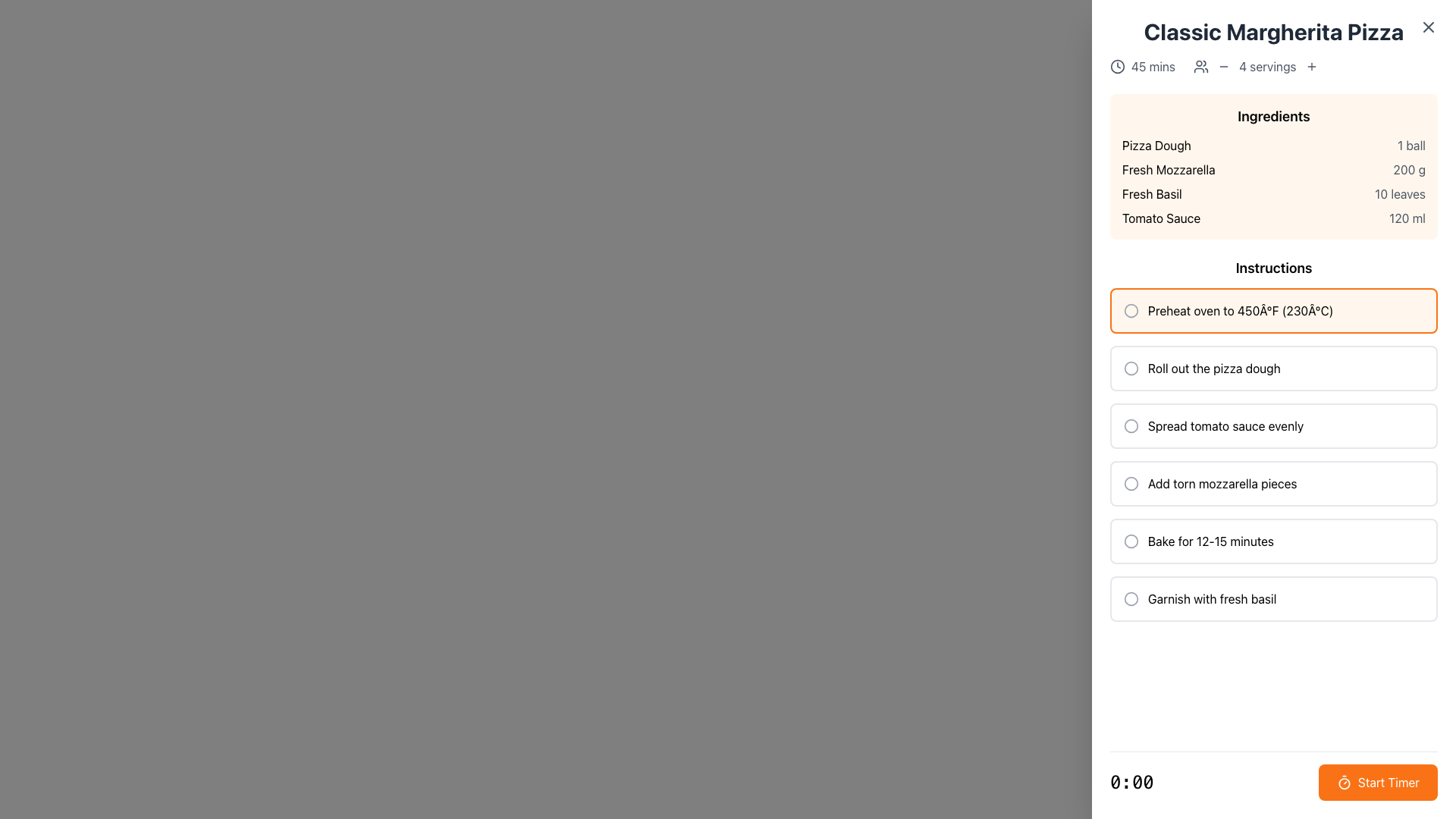 The width and height of the screenshot is (1456, 819). What do you see at coordinates (1117, 66) in the screenshot?
I see `the outer circle of the clock icon, which is positioned at the top-left of the recipe panel, to interact with the time indication feature` at bounding box center [1117, 66].